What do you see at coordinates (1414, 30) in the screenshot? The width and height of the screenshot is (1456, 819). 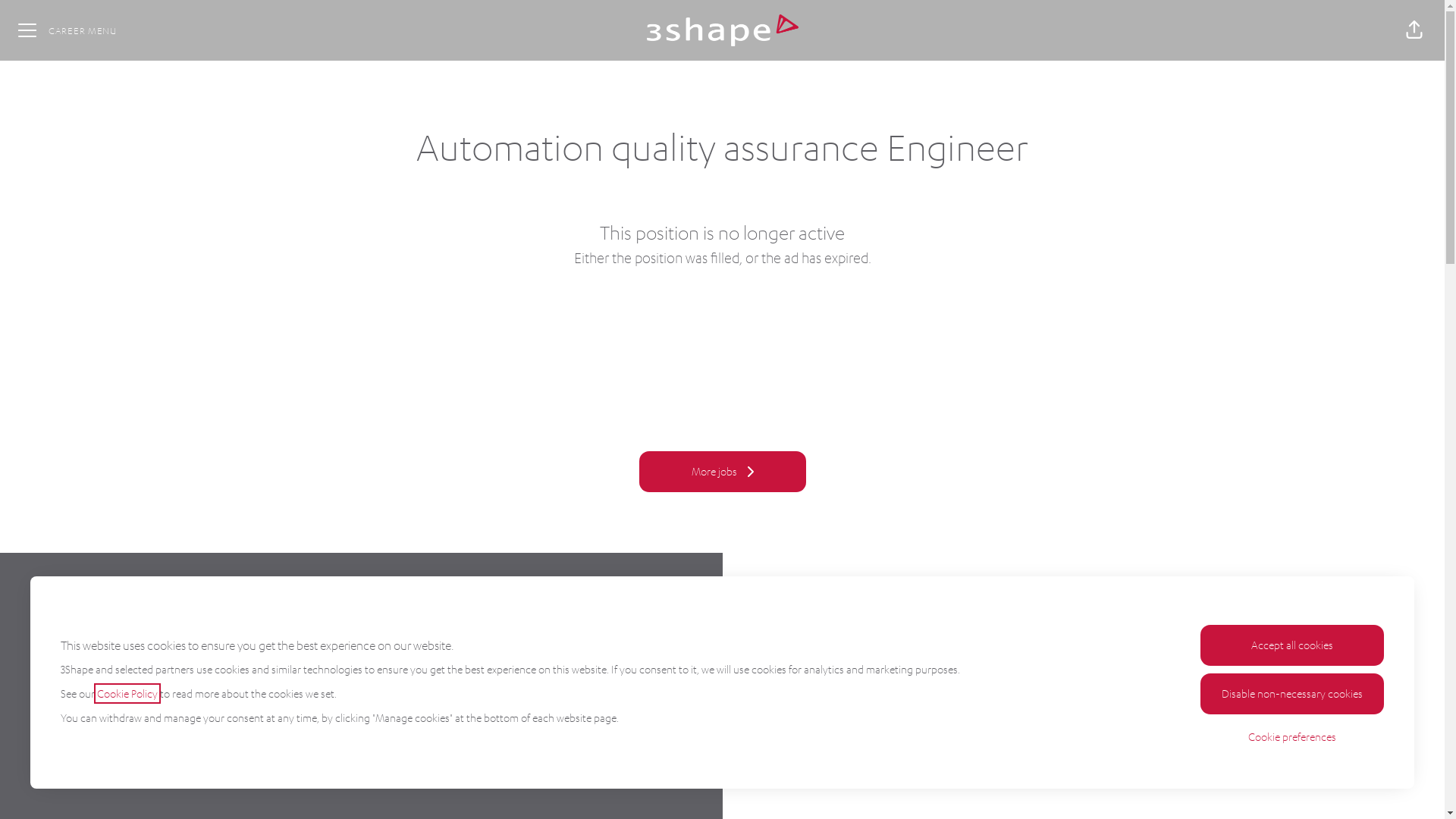 I see `'Share page'` at bounding box center [1414, 30].